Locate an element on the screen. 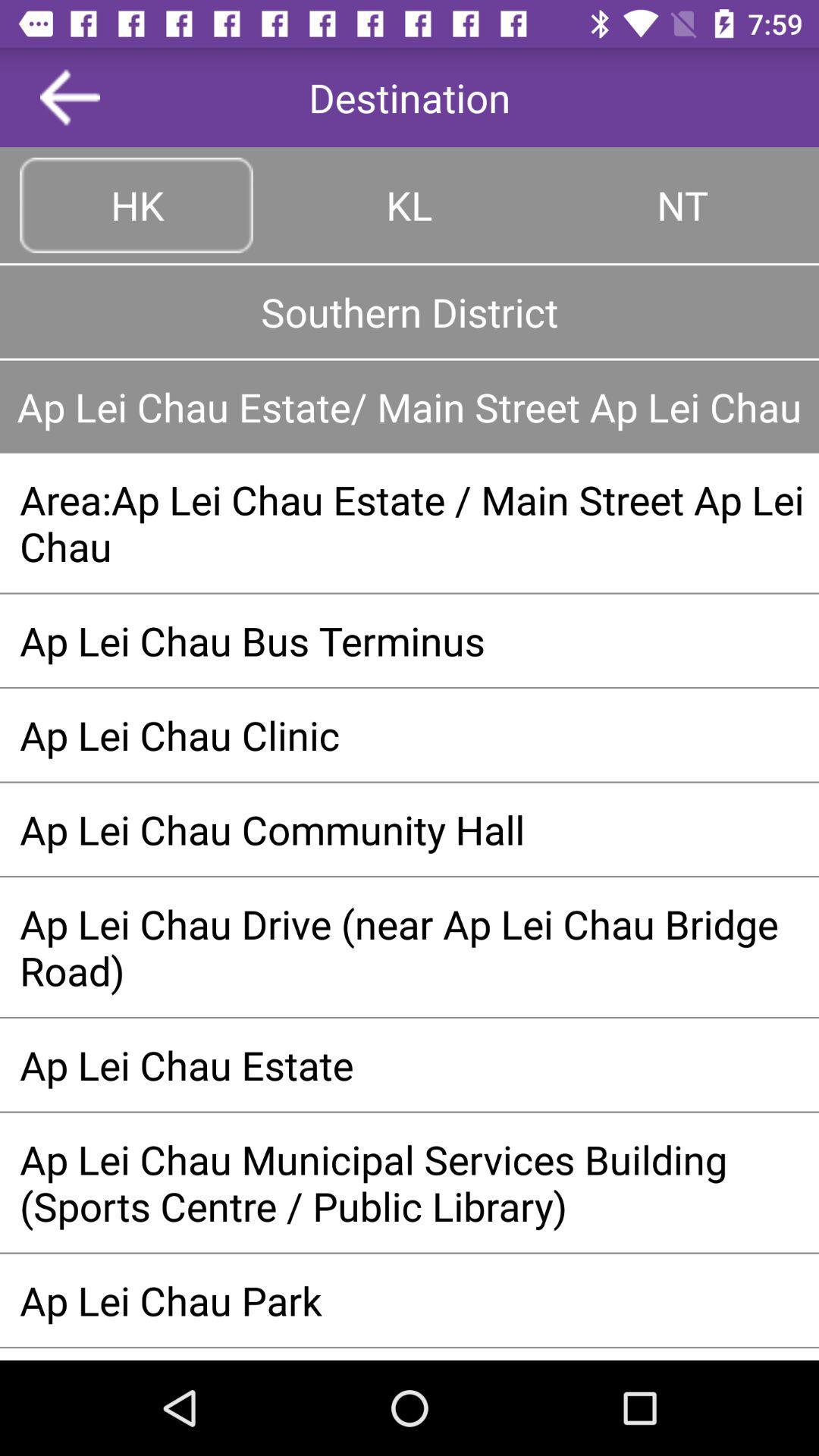  the app next to destination app is located at coordinates (70, 96).